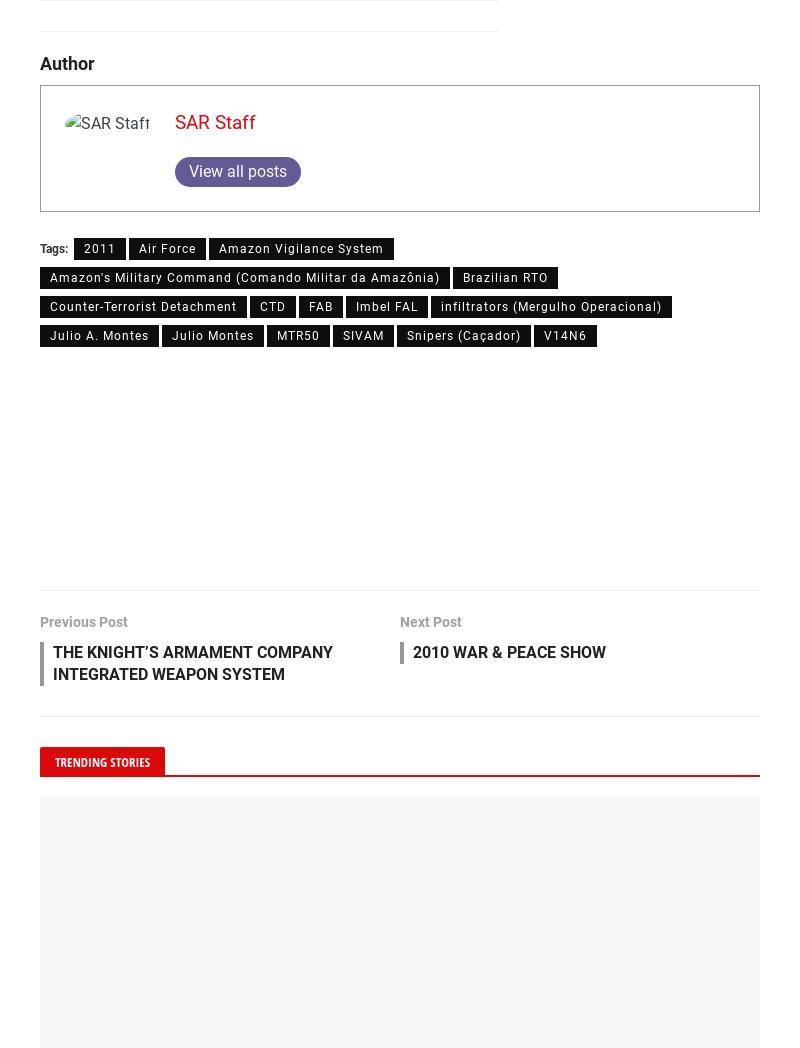 The height and width of the screenshot is (1048, 800). I want to click on 'Brazilian RTO', so click(504, 277).